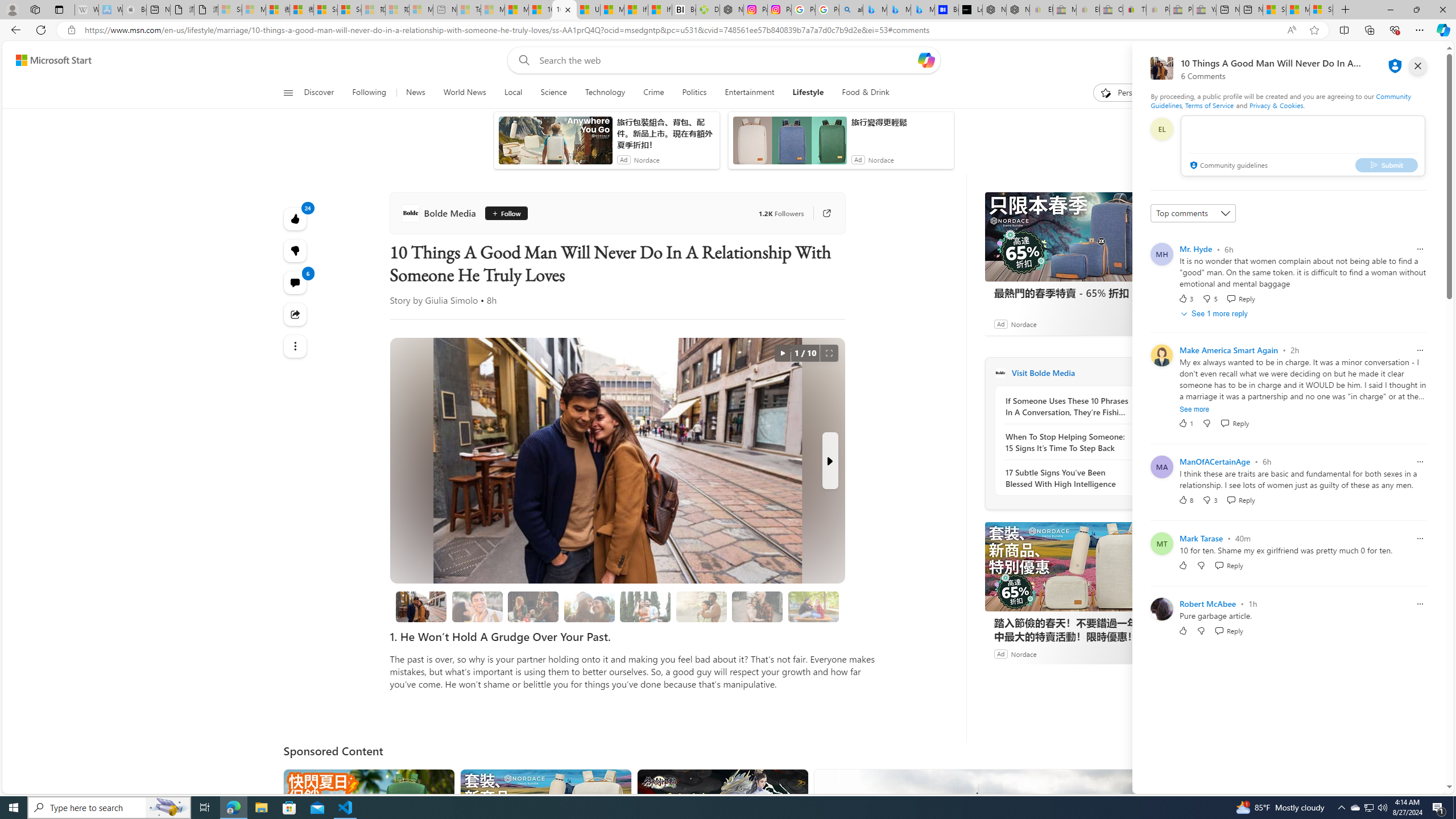 The height and width of the screenshot is (819, 1456). Describe the element at coordinates (789, 144) in the screenshot. I see `'anim-content'` at that location.